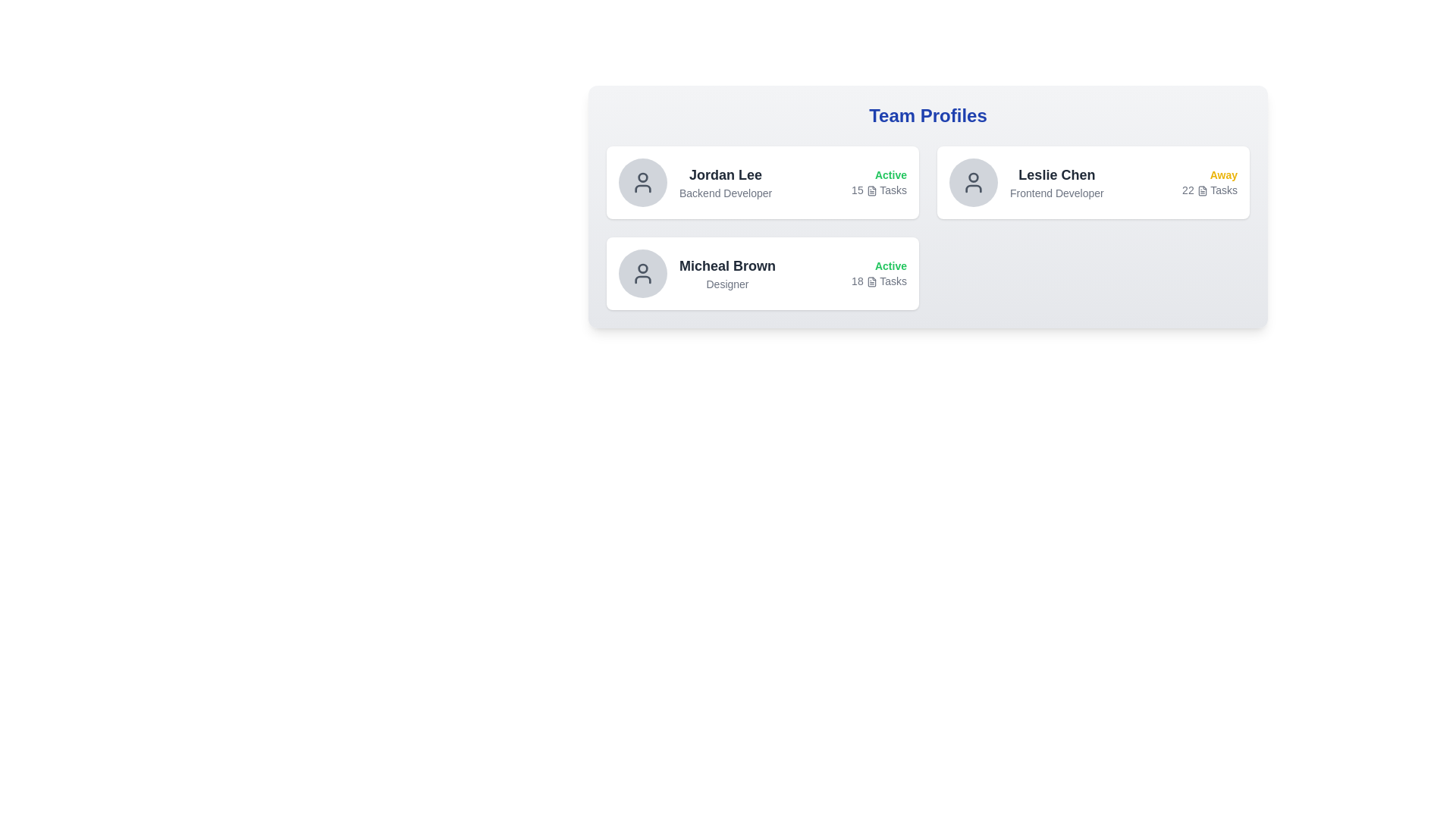  What do you see at coordinates (871, 282) in the screenshot?
I see `the icon indicating the type of content associated with Micheal Brown's task count, which is located to the right of the text '18 Tasks' in the 'Team Profiles' section` at bounding box center [871, 282].